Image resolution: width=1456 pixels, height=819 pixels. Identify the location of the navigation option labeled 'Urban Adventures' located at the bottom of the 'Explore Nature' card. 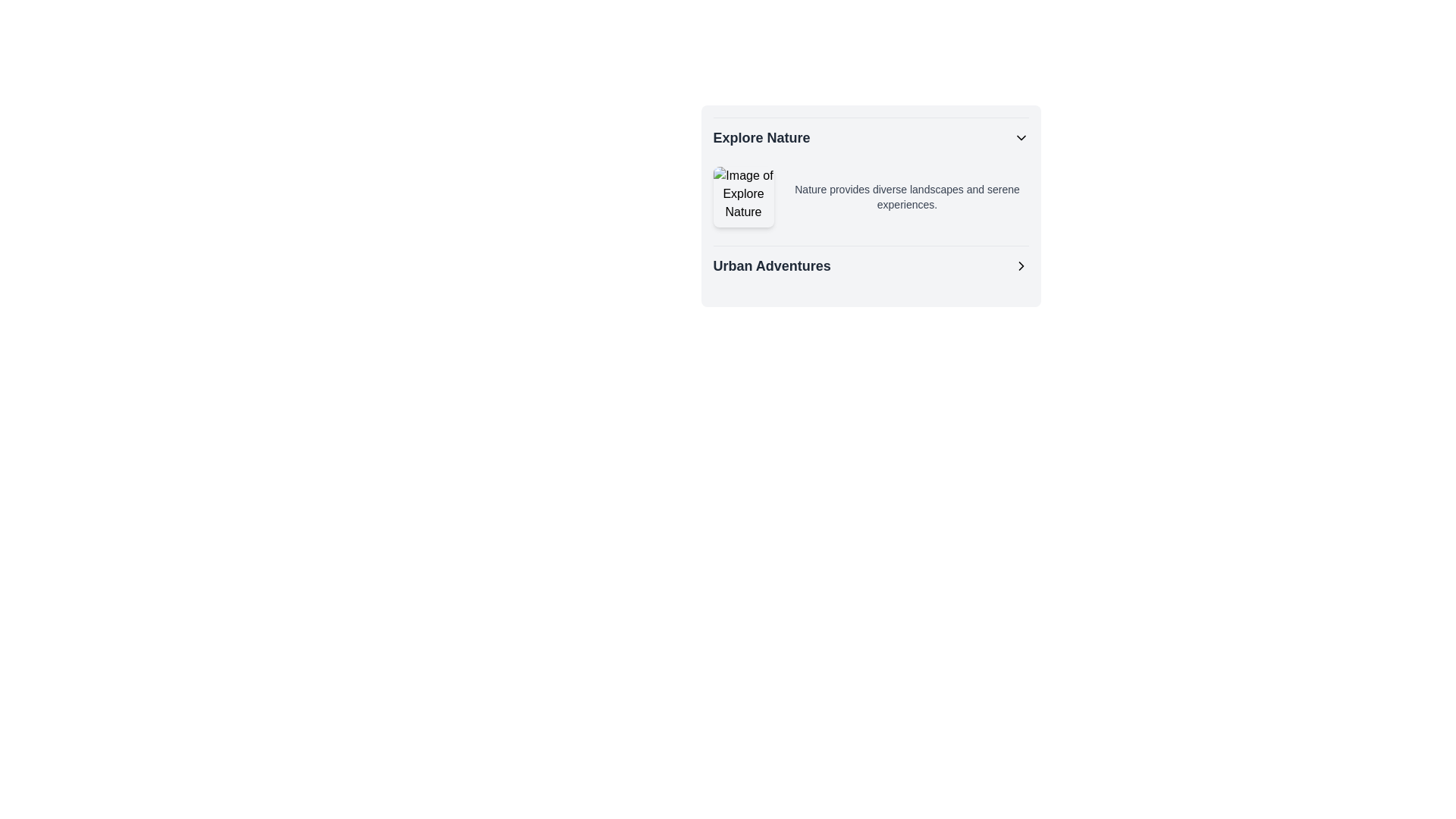
(871, 265).